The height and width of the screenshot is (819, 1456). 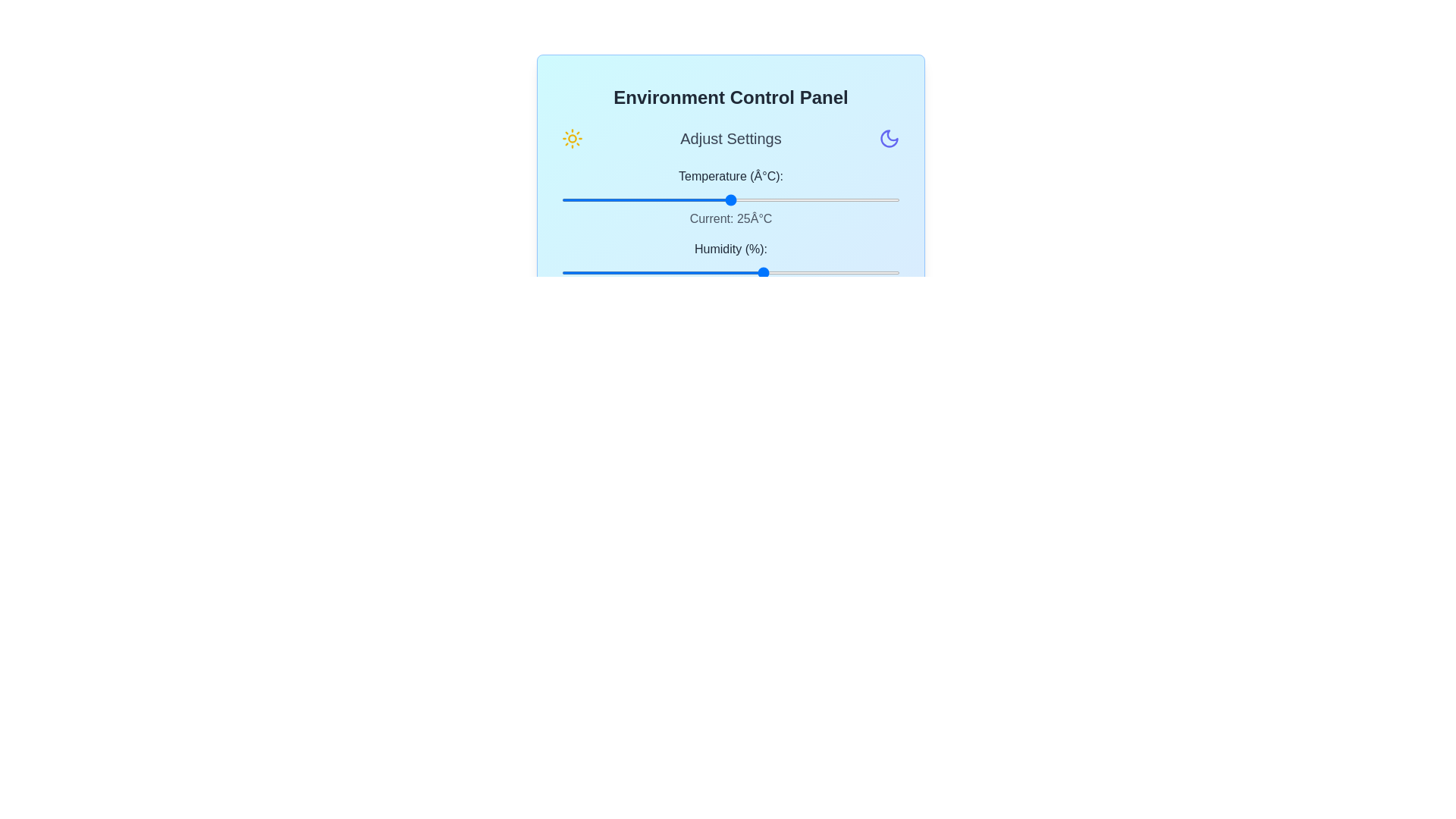 What do you see at coordinates (609, 199) in the screenshot?
I see `the temperature slider to set the temperature to 7°C` at bounding box center [609, 199].